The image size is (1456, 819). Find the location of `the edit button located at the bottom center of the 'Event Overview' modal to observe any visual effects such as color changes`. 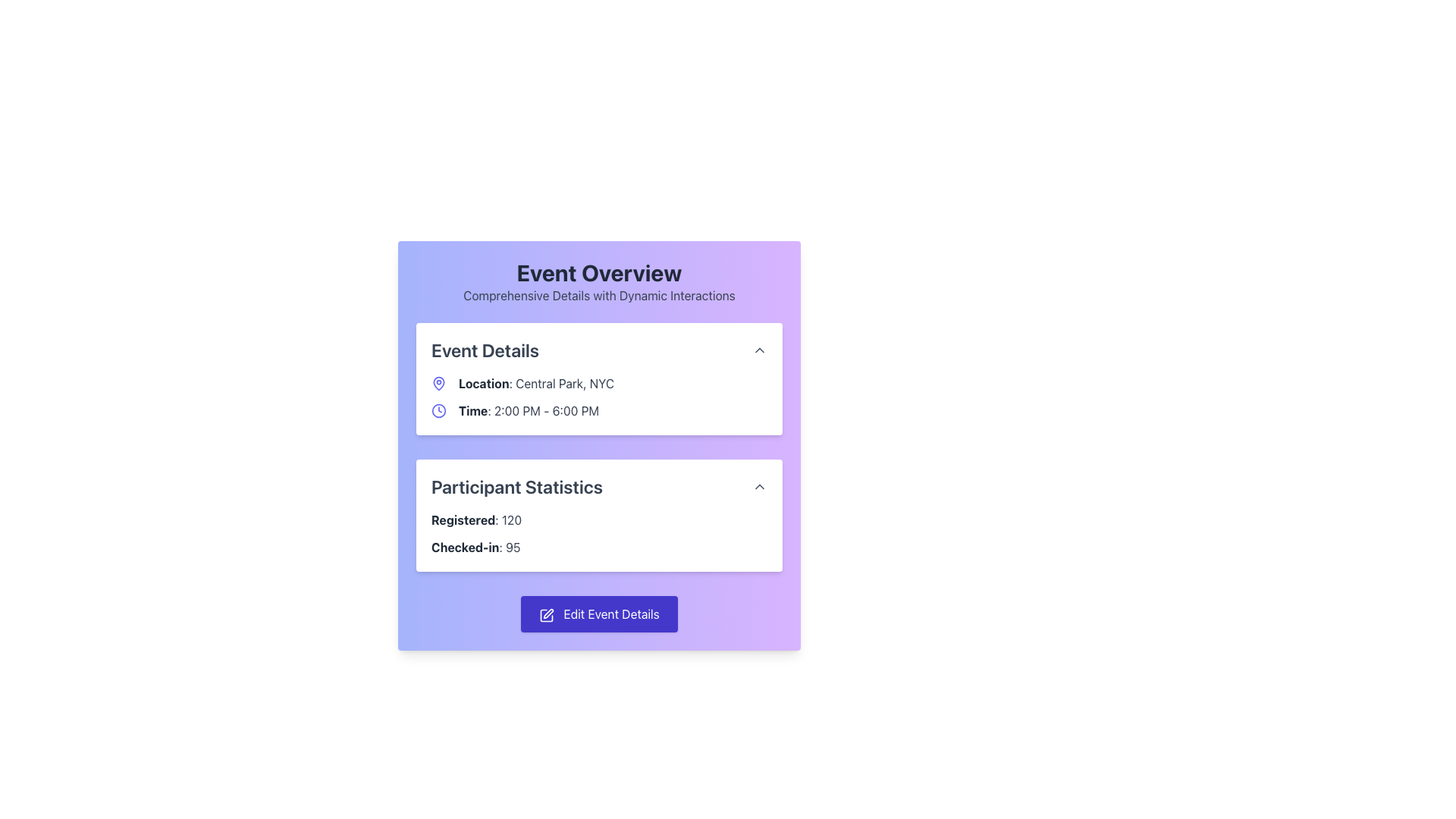

the edit button located at the bottom center of the 'Event Overview' modal to observe any visual effects such as color changes is located at coordinates (598, 614).